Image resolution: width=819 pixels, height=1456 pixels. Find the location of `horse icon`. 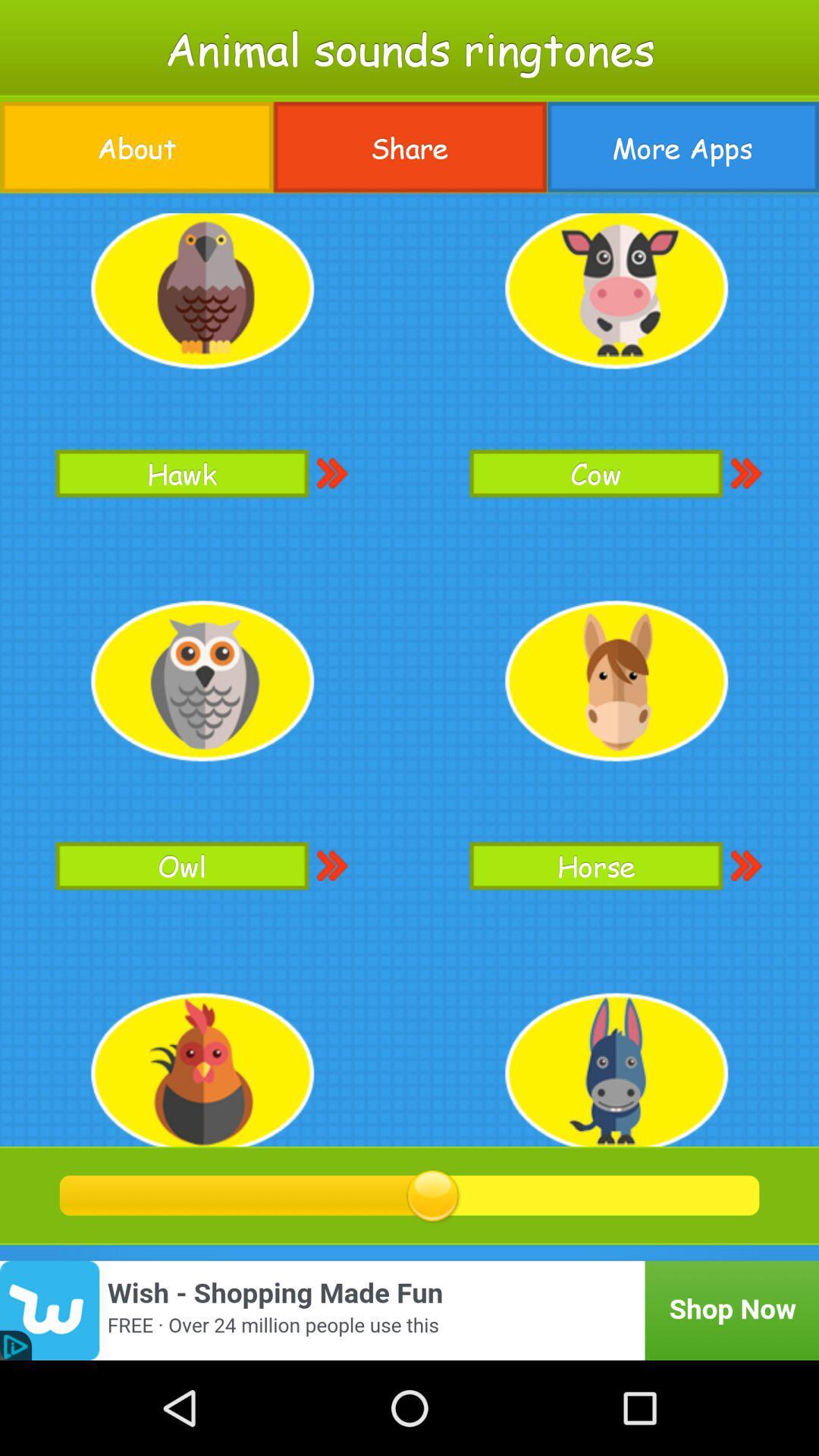

horse icon is located at coordinates (595, 865).